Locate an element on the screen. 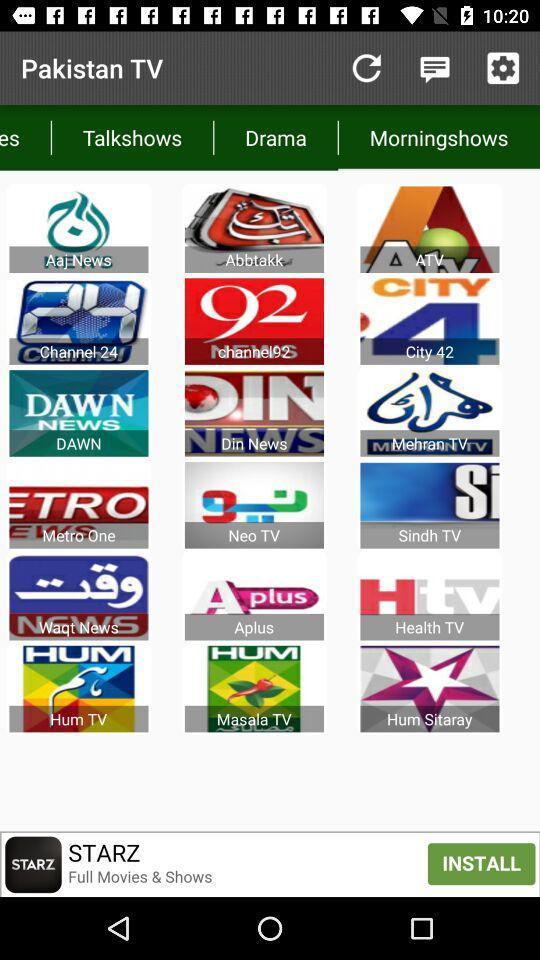  settings button is located at coordinates (502, 68).